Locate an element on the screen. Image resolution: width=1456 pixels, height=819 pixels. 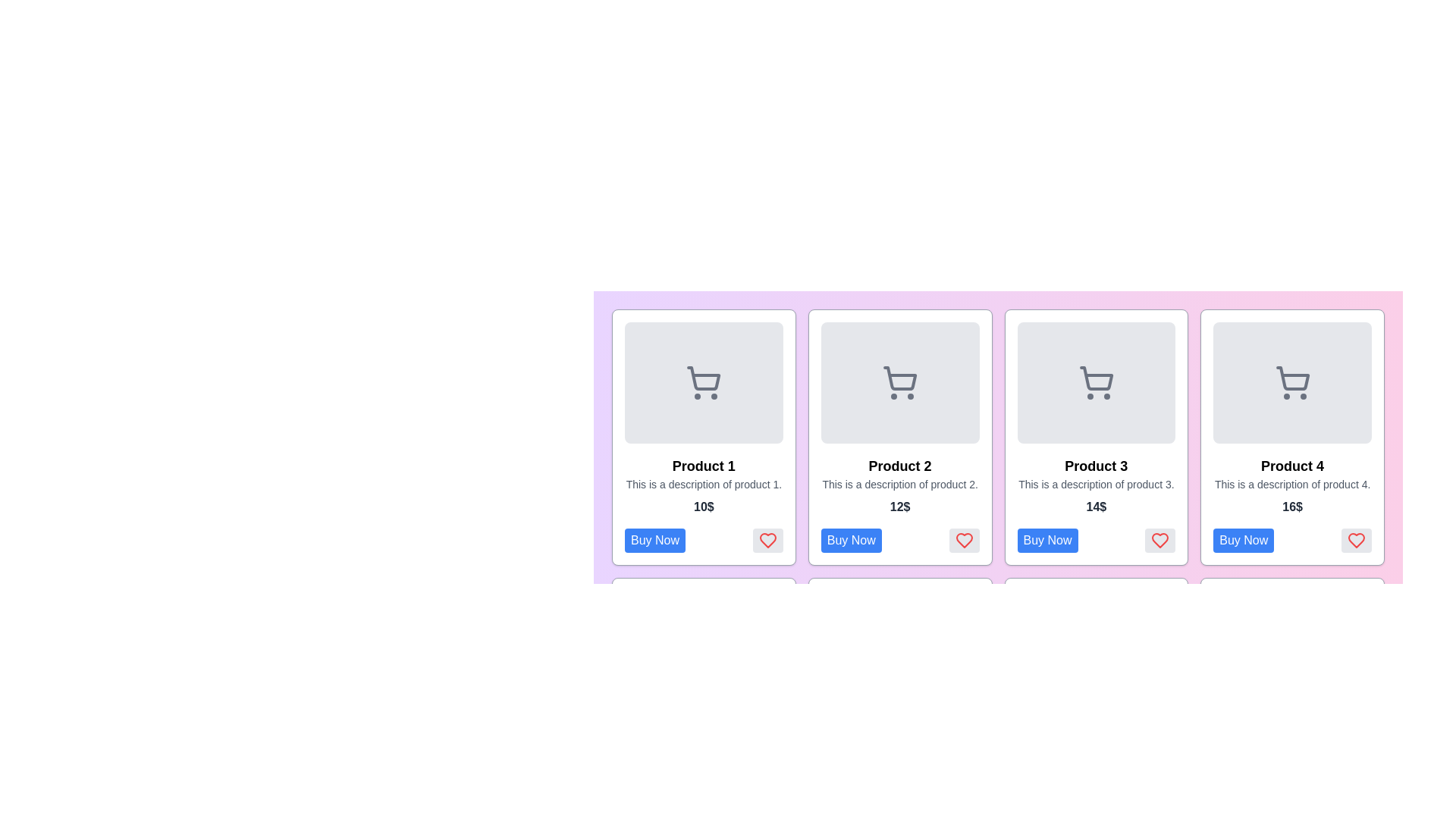
text label titled 'Product 2' which is bold and slightly larger, located inside the second column of product cards, positioned below the image placeholder is located at coordinates (900, 465).